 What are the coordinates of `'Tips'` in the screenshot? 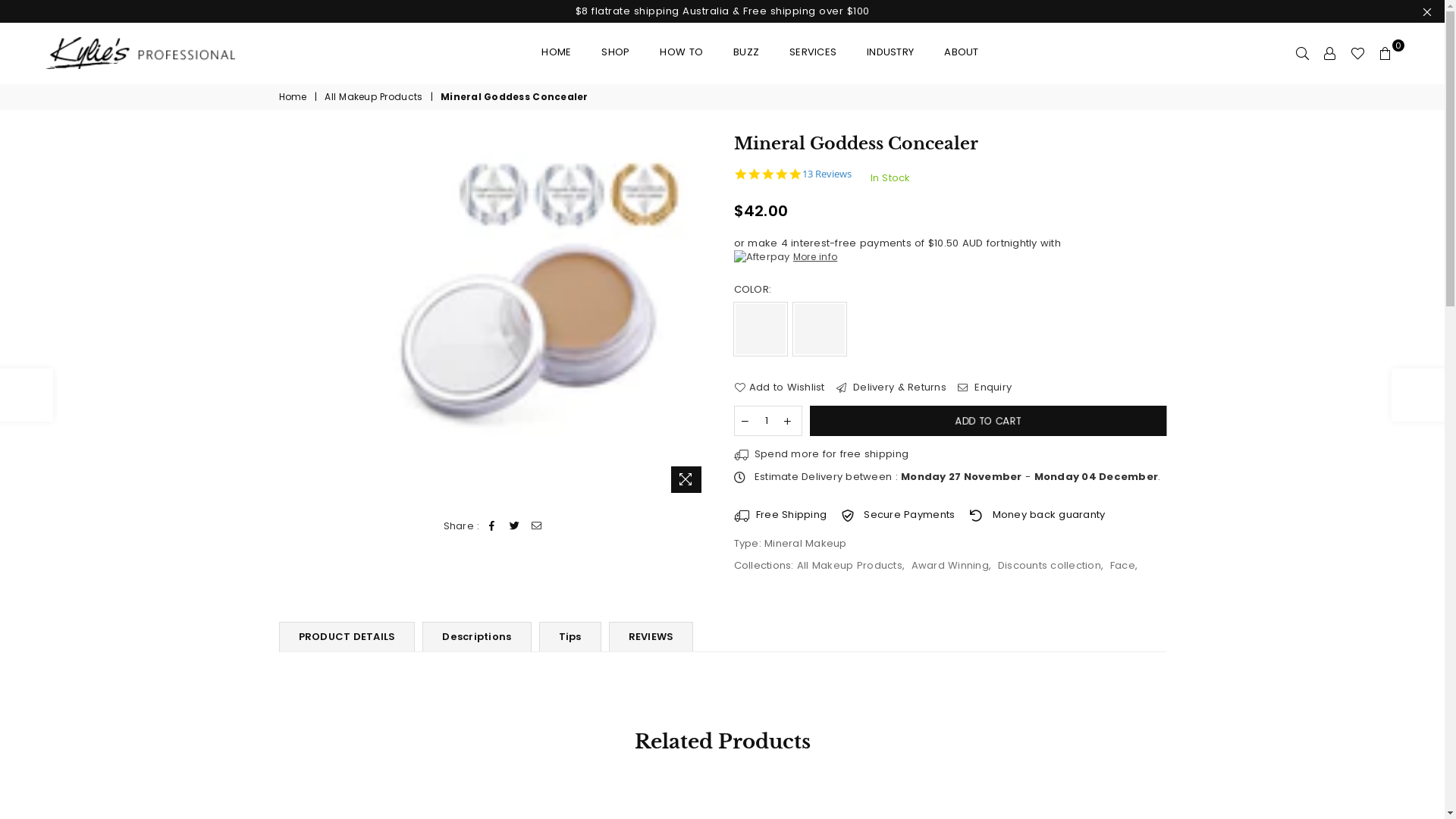 It's located at (570, 636).